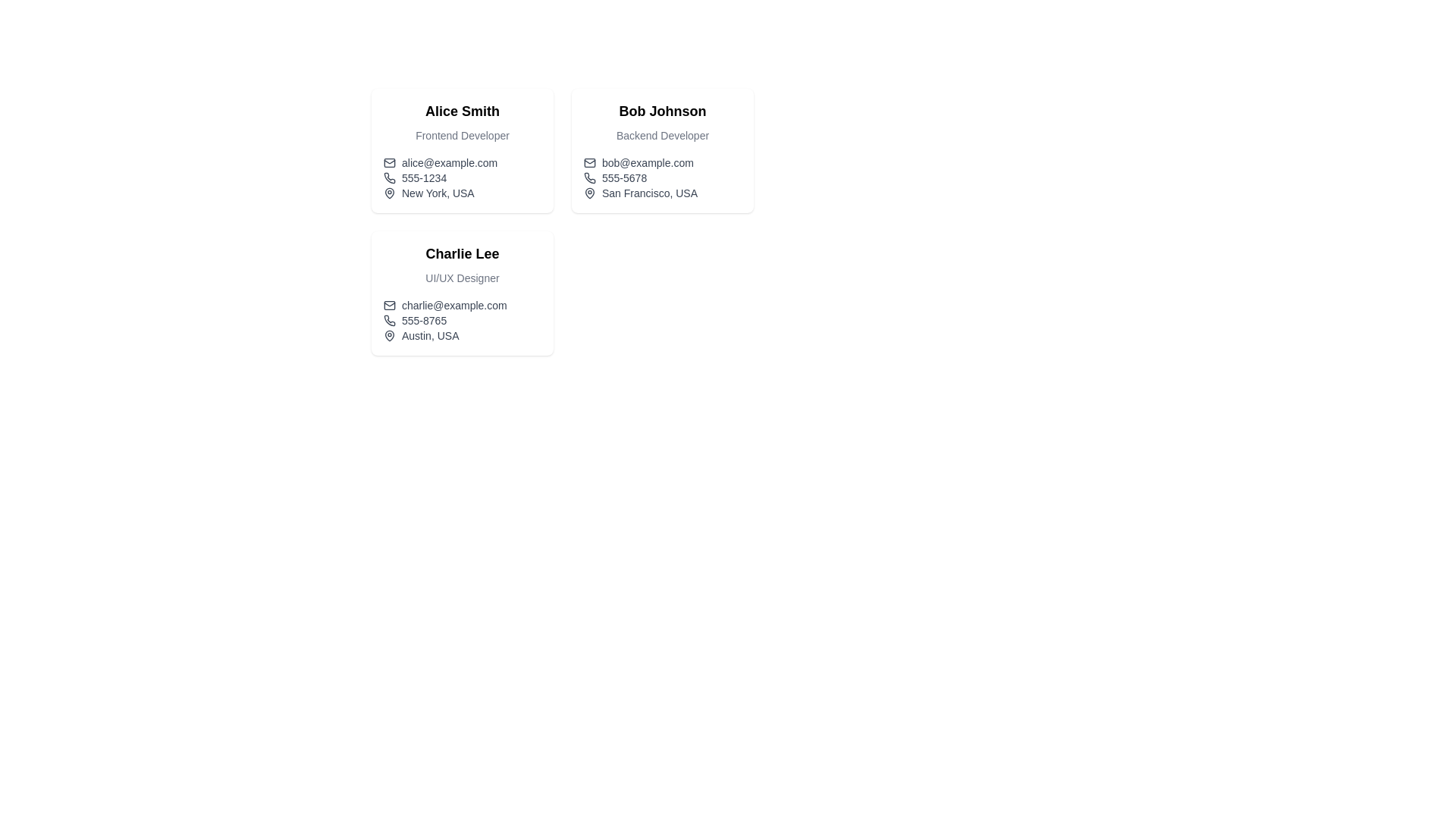 This screenshot has width=1456, height=819. I want to click on the text label describing the role or job title for 'Bob Johnson', which is positioned below the bold title and above the email address section, so click(662, 134).